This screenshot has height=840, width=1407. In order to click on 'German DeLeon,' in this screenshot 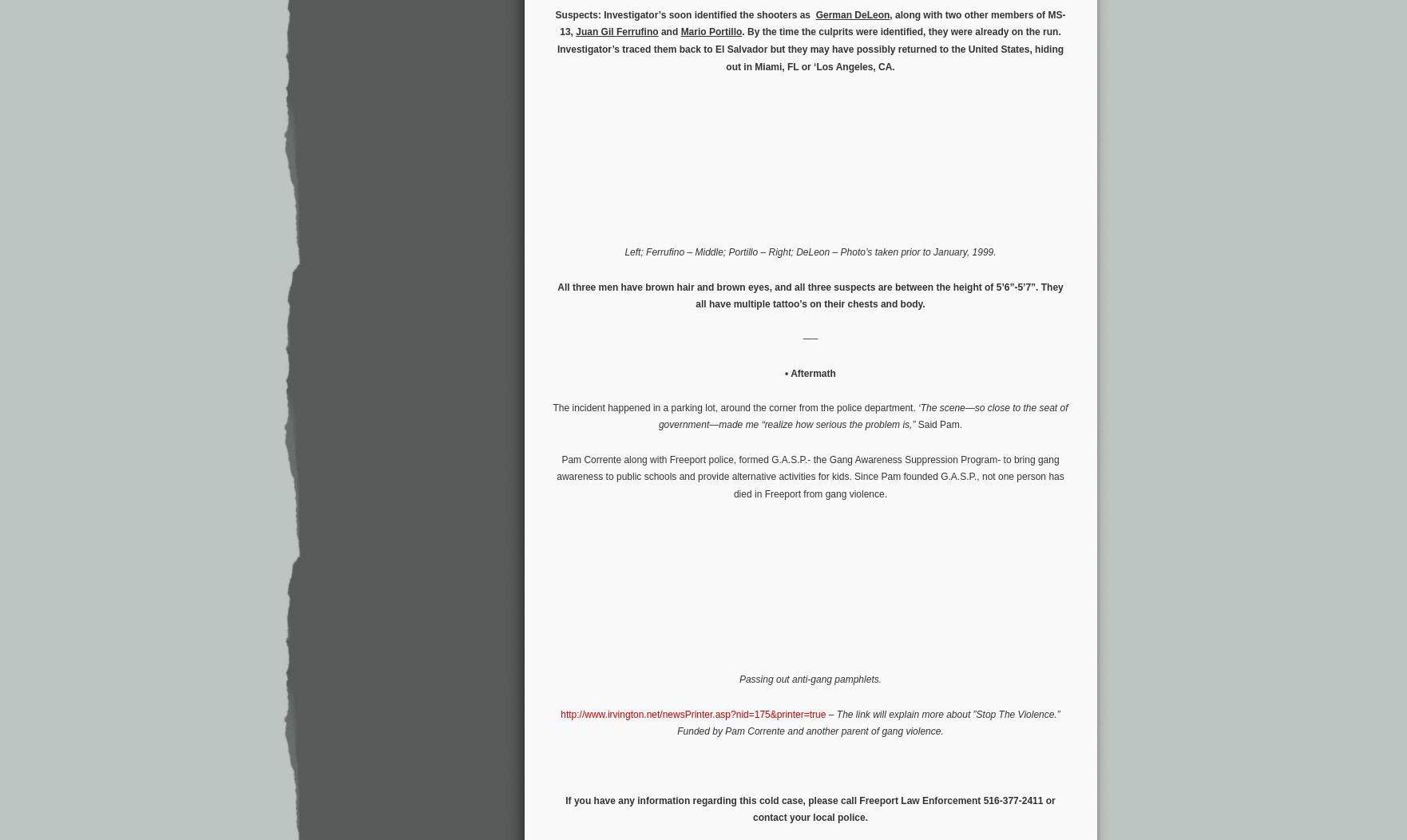, I will do `click(854, 14)`.